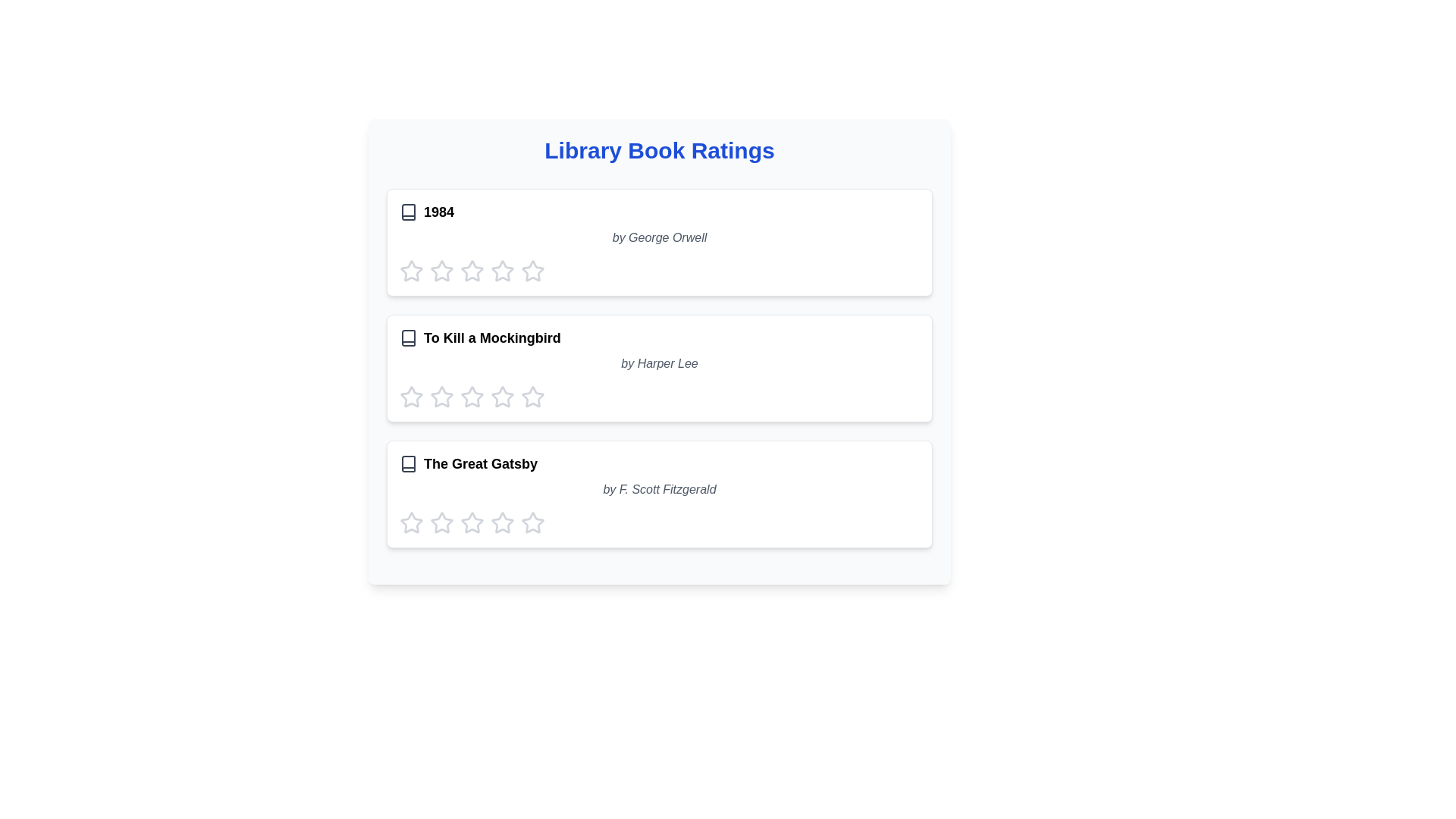  I want to click on the second star rating icon below the title '1984' by George Orwell, so click(441, 271).